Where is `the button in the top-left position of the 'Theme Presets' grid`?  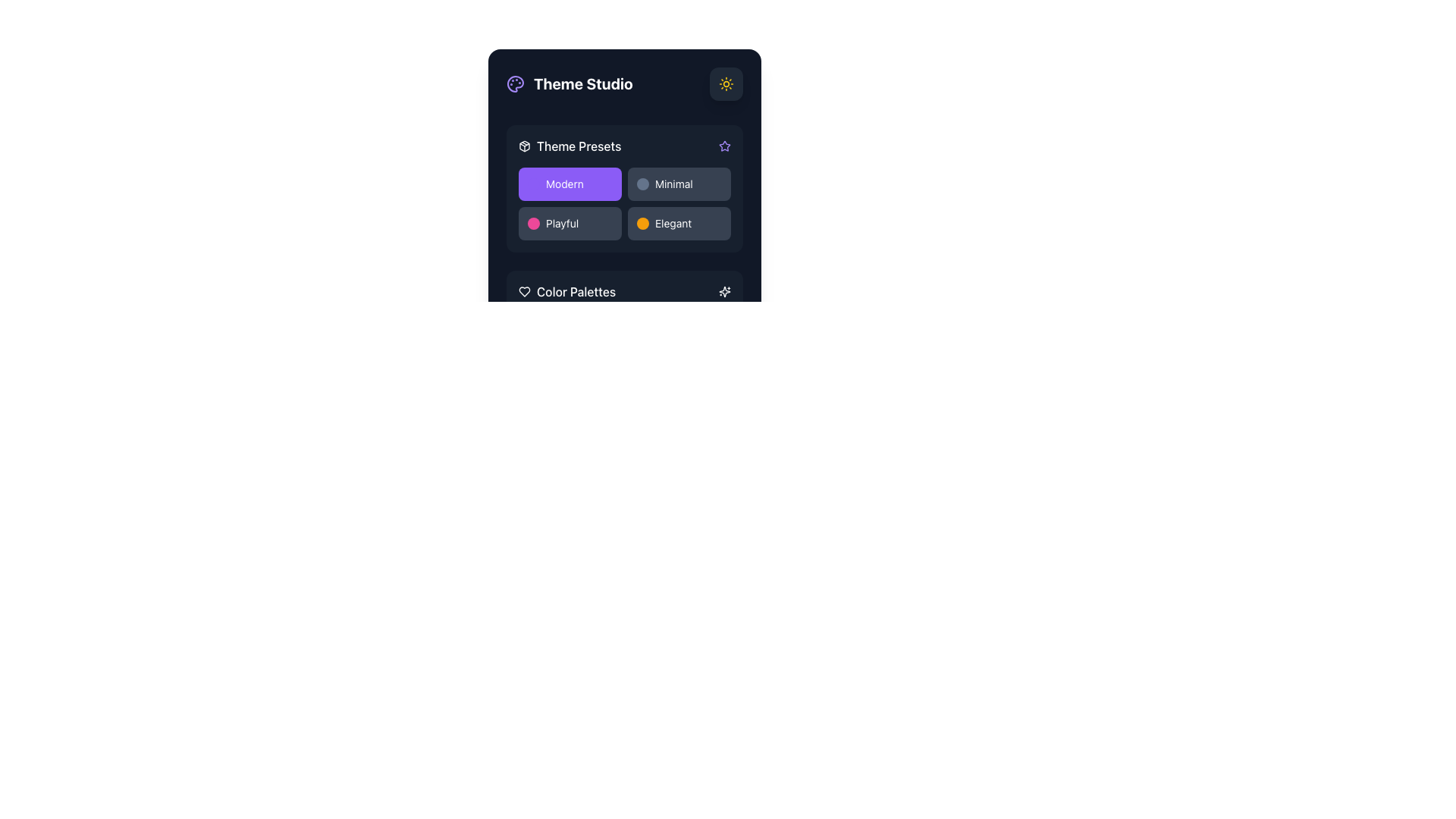
the button in the top-left position of the 'Theme Presets' grid is located at coordinates (570, 184).